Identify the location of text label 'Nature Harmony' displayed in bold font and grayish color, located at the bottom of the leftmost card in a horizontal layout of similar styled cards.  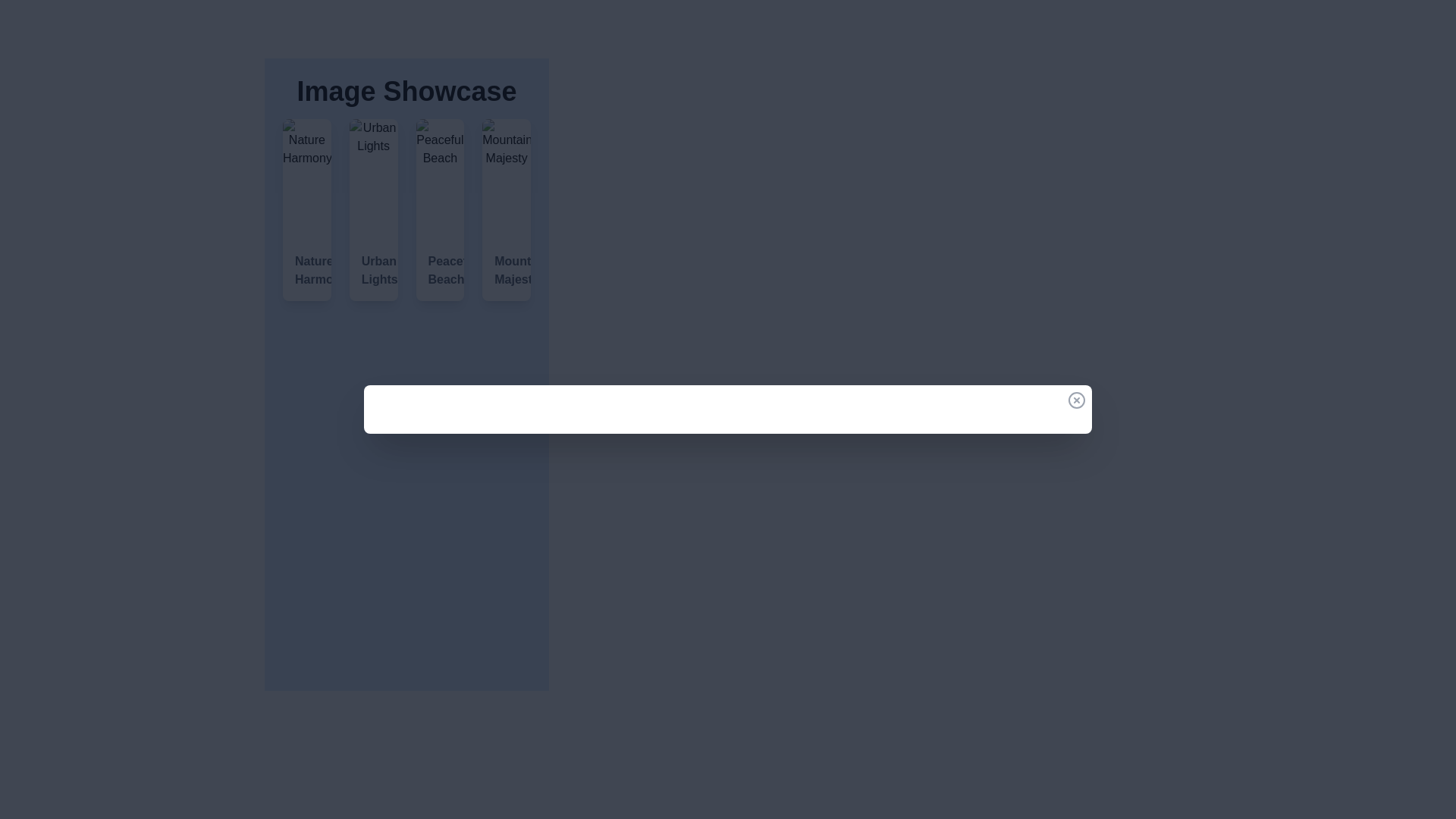
(306, 270).